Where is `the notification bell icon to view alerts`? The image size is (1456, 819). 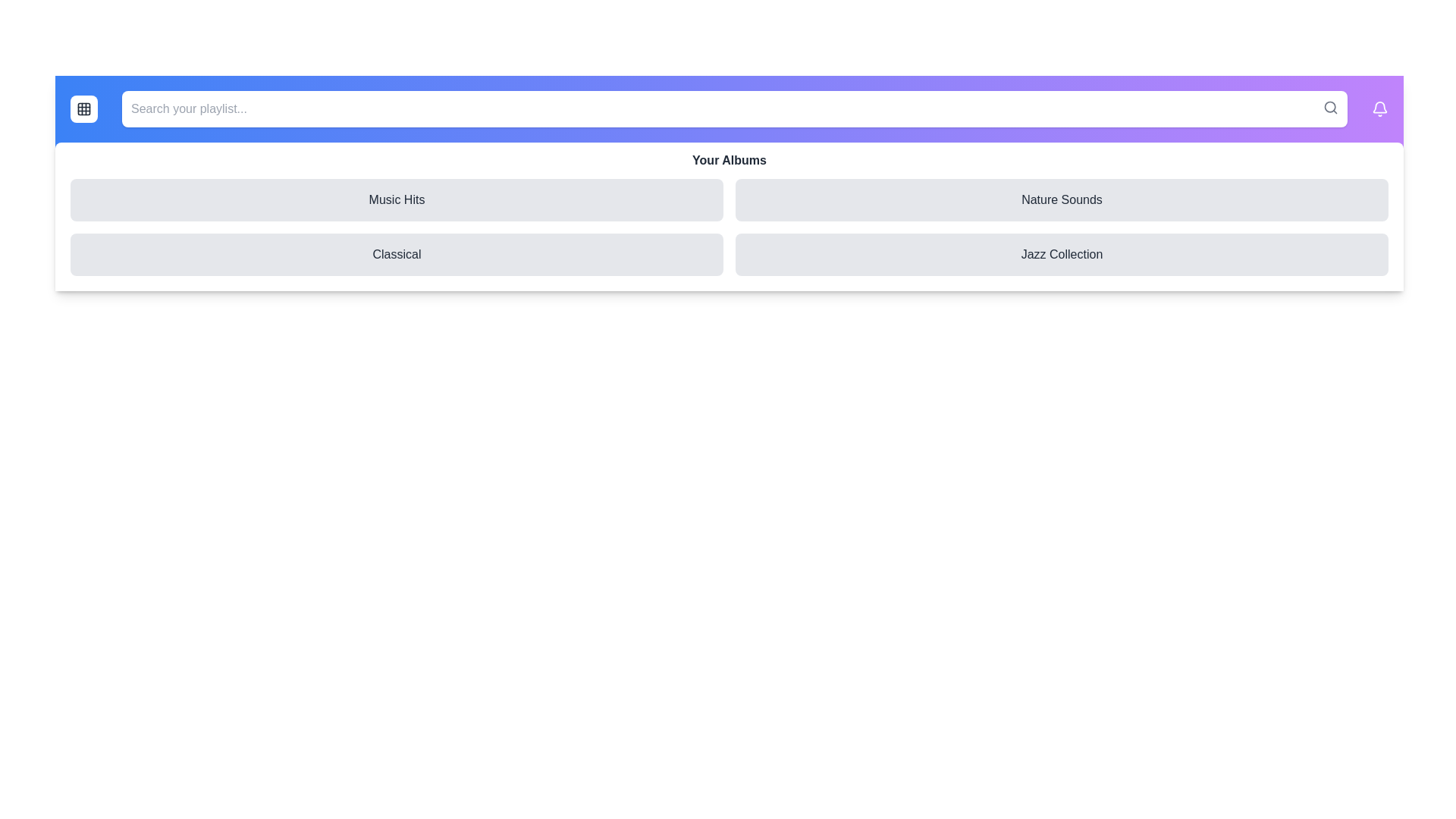 the notification bell icon to view alerts is located at coordinates (1379, 108).